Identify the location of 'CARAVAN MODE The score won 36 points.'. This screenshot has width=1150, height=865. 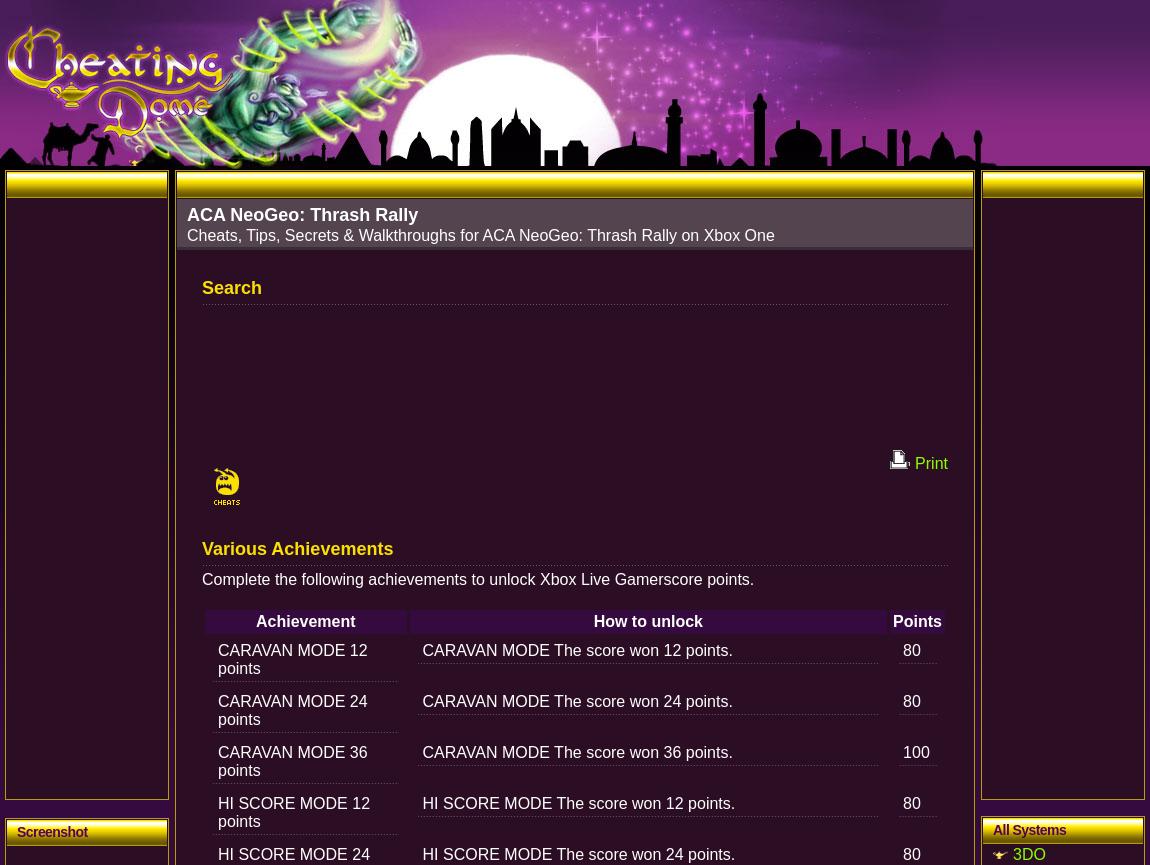
(422, 751).